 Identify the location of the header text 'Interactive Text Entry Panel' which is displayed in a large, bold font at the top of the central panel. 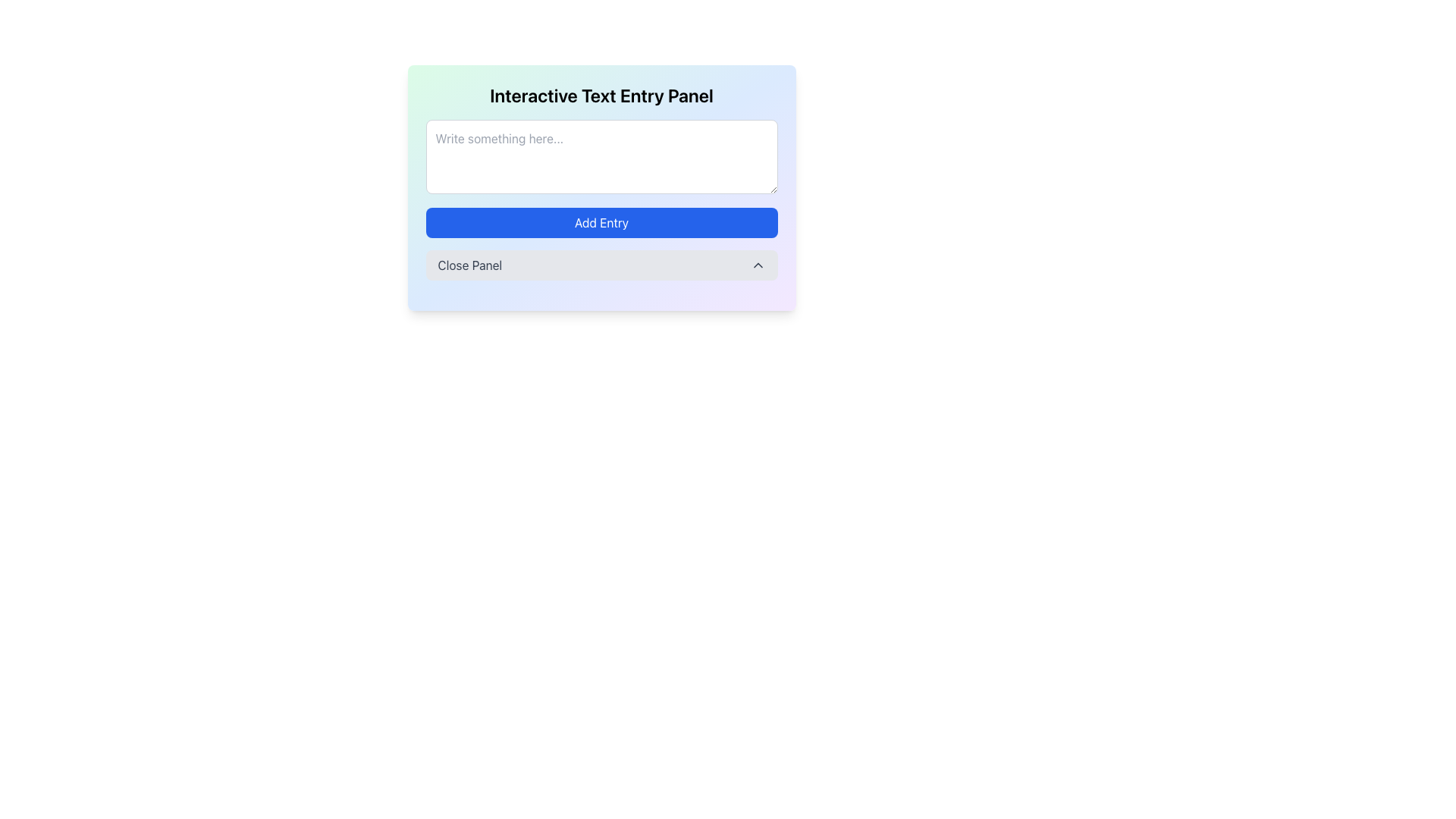
(601, 96).